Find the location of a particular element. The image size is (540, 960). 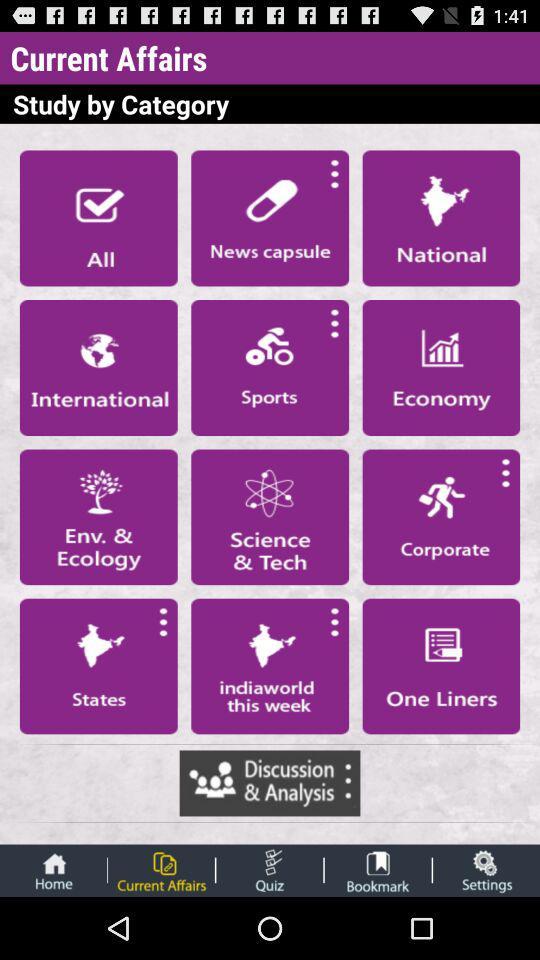

the button above the home button on the web page is located at coordinates (97, 666).